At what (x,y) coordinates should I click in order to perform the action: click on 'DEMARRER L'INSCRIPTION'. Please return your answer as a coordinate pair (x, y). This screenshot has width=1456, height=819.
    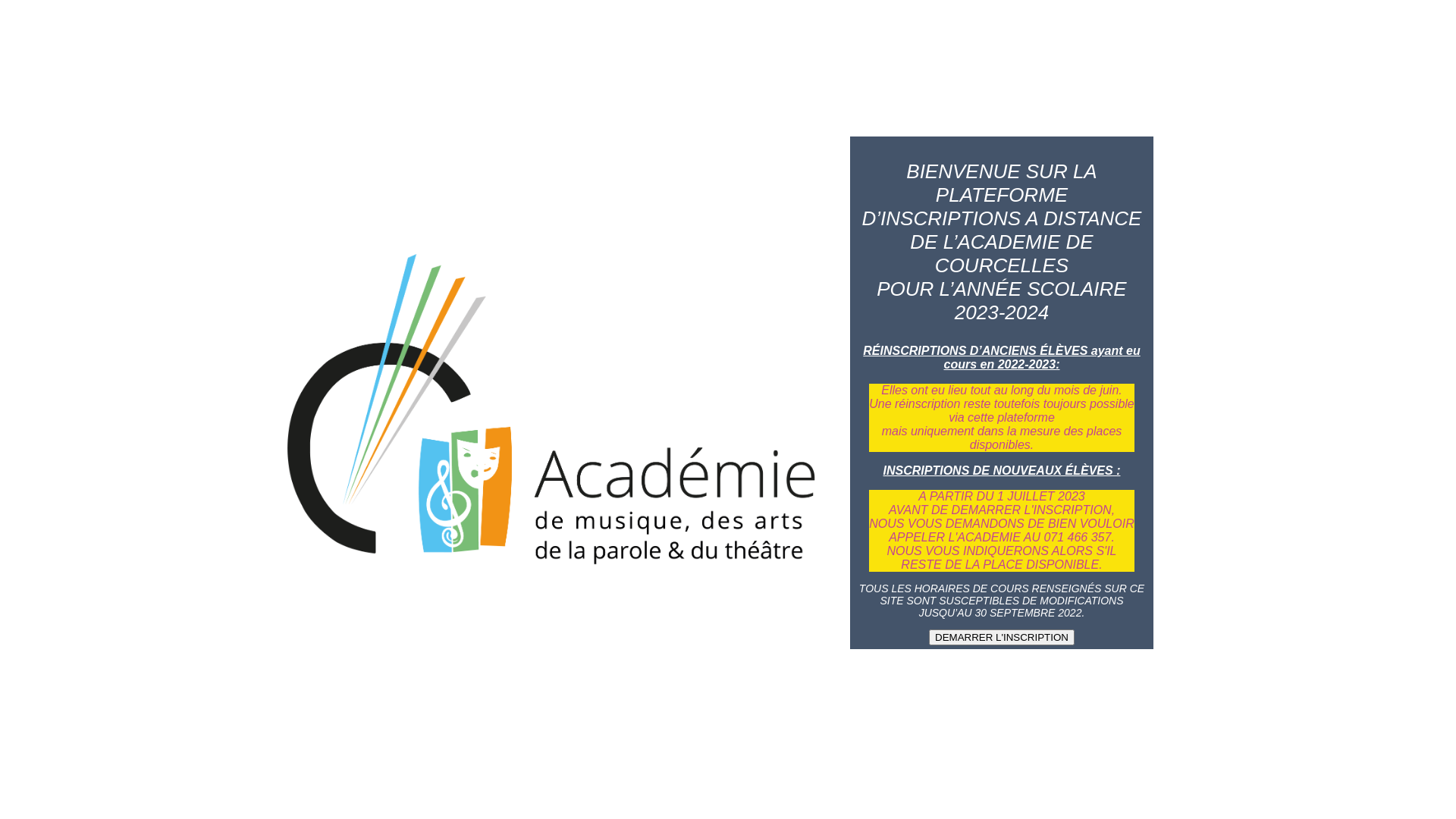
    Looking at the image, I should click on (1001, 637).